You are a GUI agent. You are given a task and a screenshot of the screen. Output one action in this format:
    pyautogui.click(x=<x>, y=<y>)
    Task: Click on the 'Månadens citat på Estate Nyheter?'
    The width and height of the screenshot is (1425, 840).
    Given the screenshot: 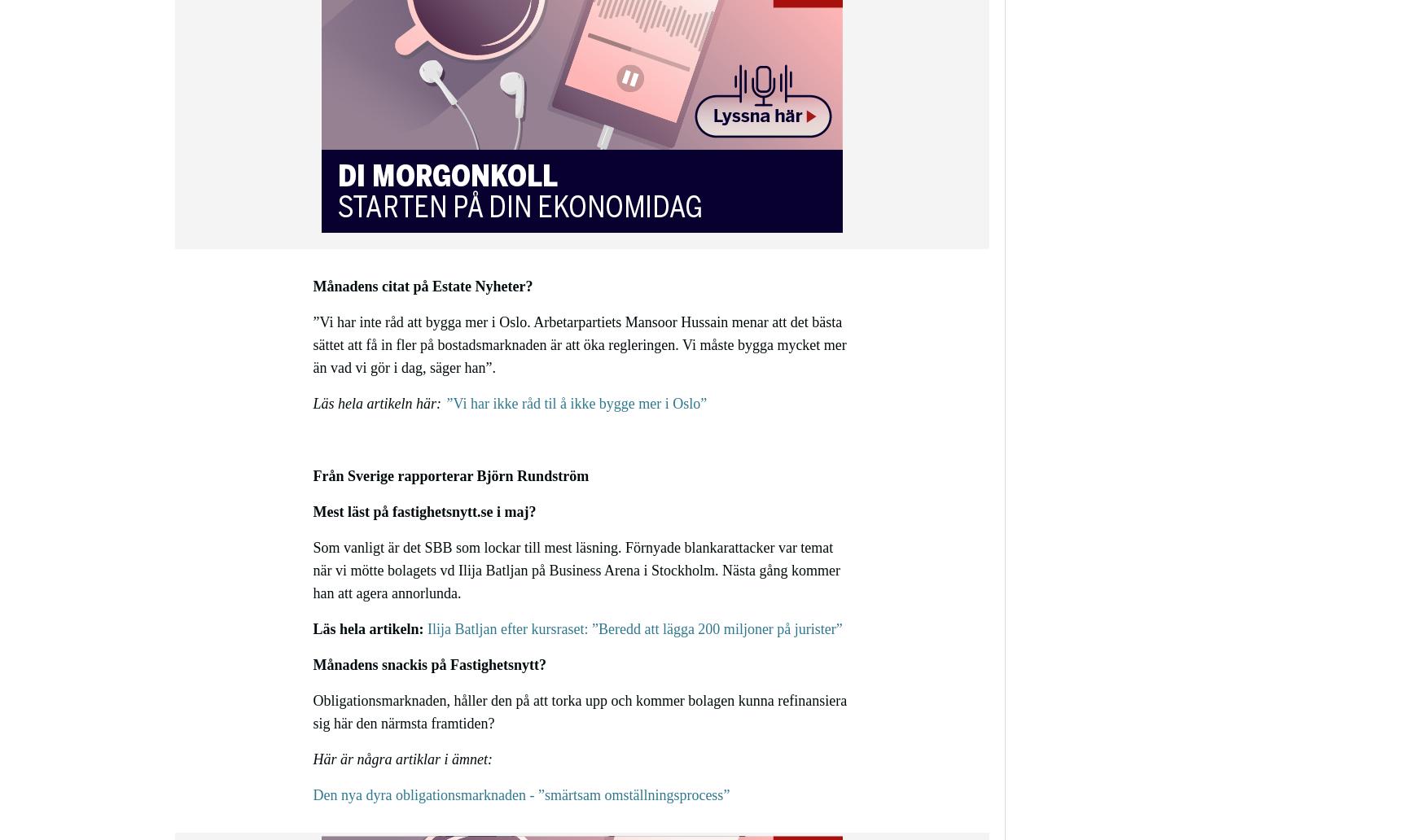 What is the action you would take?
    pyautogui.click(x=422, y=287)
    